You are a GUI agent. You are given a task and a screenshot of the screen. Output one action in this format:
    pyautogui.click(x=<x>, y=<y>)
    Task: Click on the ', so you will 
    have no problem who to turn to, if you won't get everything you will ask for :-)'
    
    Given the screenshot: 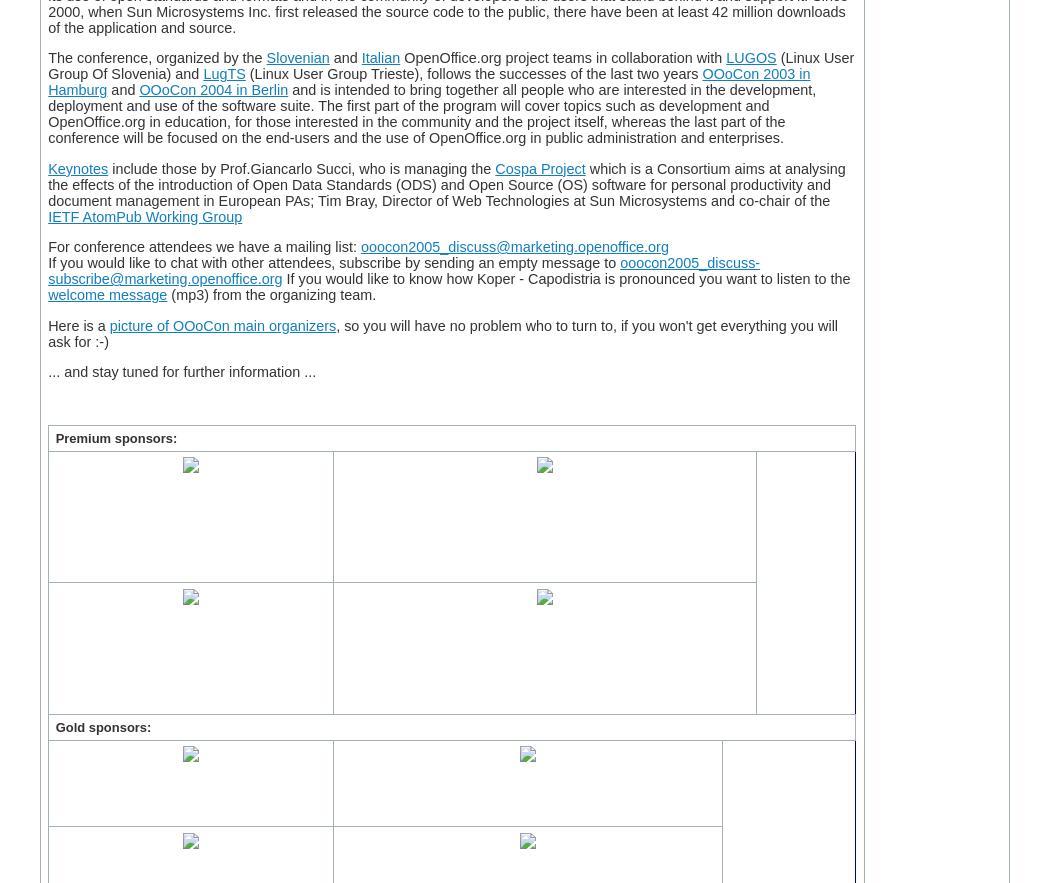 What is the action you would take?
    pyautogui.click(x=441, y=331)
    